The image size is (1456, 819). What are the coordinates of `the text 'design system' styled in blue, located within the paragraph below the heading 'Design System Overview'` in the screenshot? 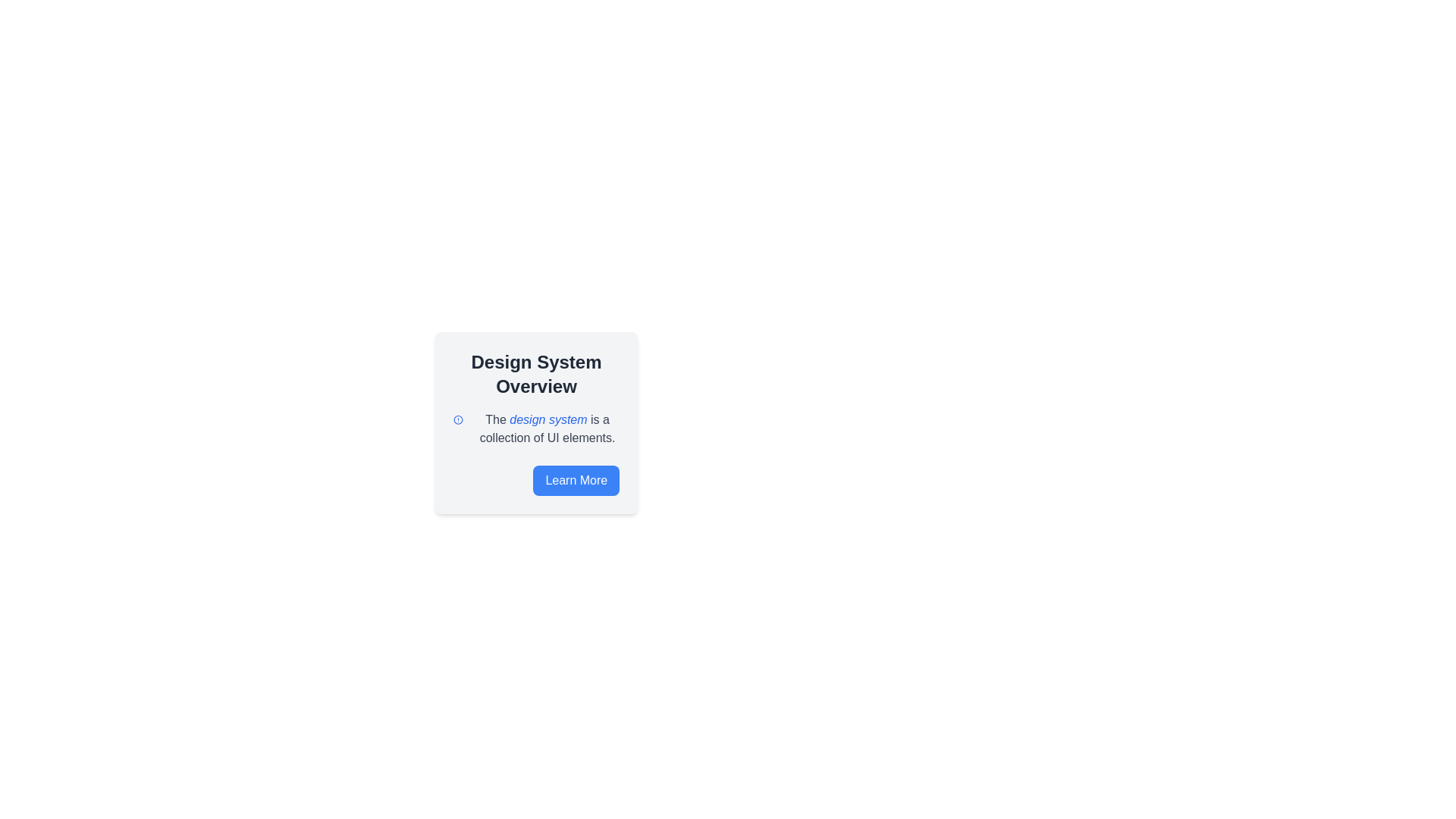 It's located at (548, 419).